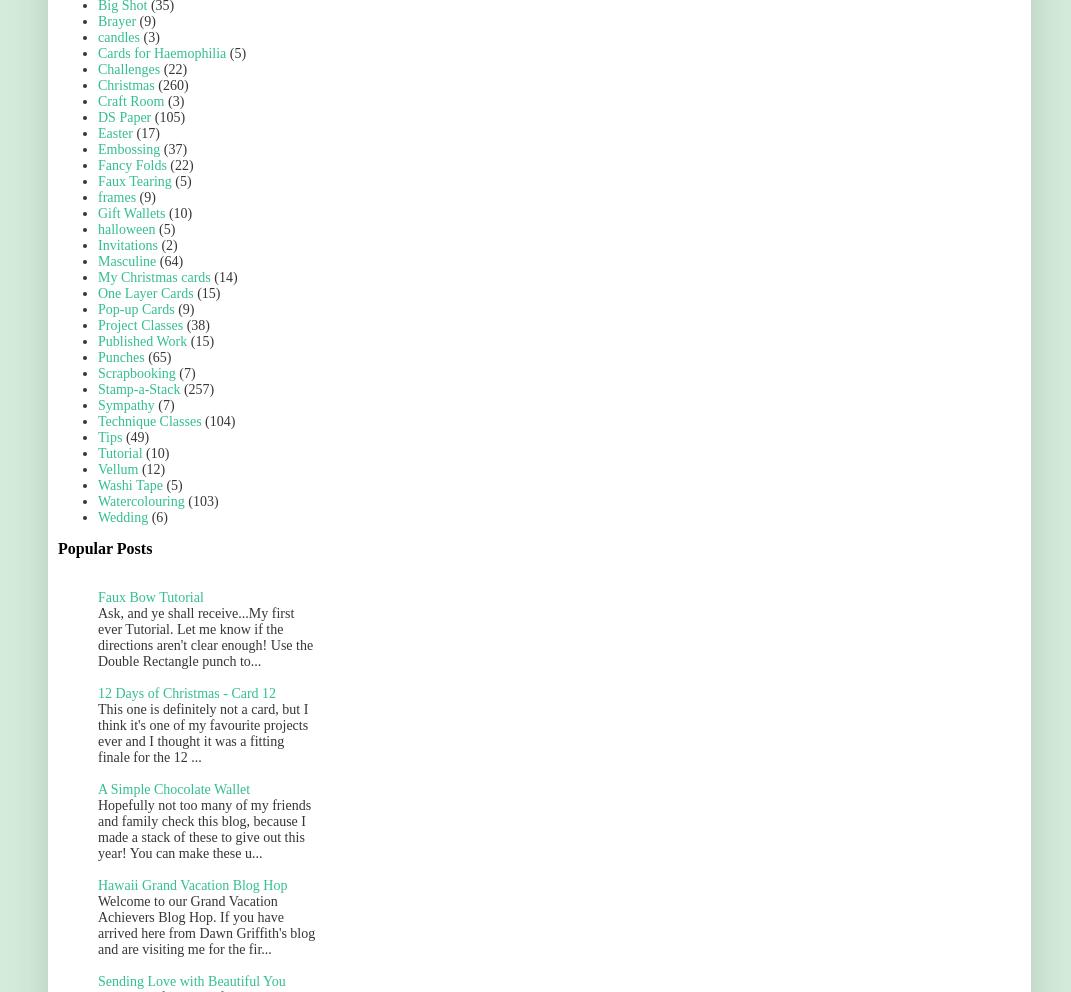 This screenshot has width=1071, height=992. I want to click on 'Christmas', so click(125, 84).